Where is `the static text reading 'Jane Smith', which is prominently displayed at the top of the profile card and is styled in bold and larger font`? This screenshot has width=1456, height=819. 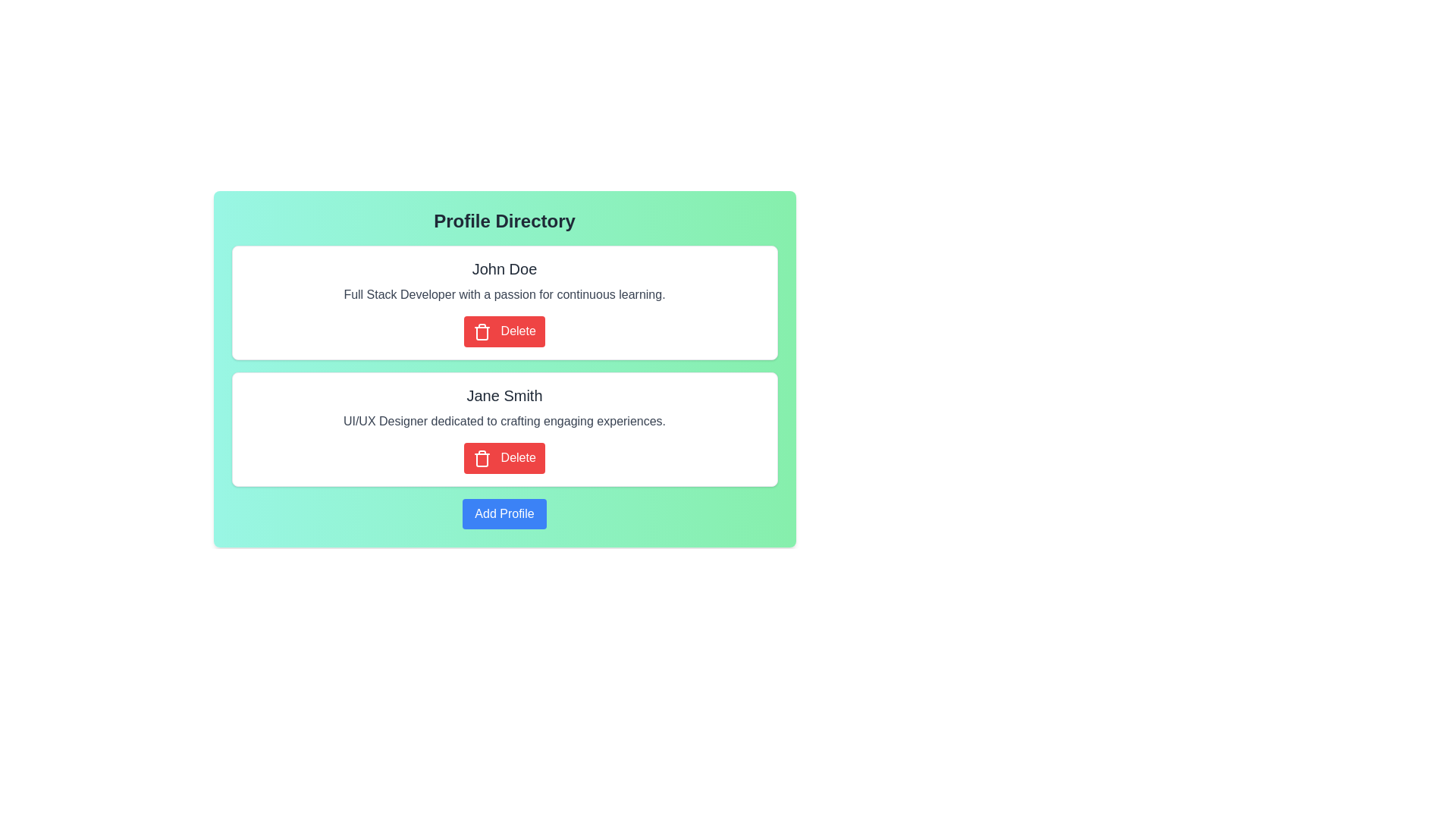 the static text reading 'Jane Smith', which is prominently displayed at the top of the profile card and is styled in bold and larger font is located at coordinates (504, 394).